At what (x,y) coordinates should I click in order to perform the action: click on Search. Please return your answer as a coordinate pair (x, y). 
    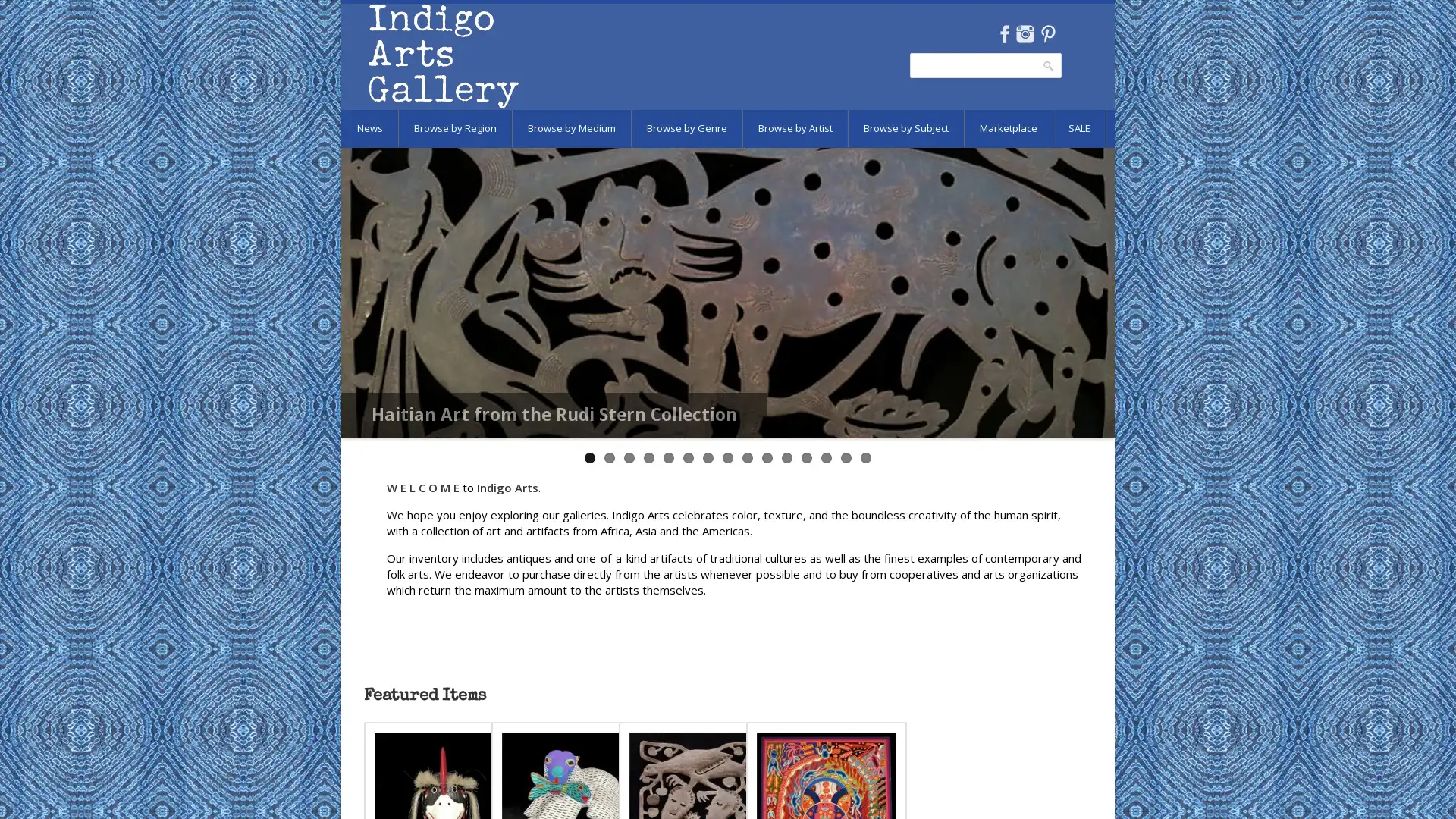
    Looking at the image, I should click on (1047, 65).